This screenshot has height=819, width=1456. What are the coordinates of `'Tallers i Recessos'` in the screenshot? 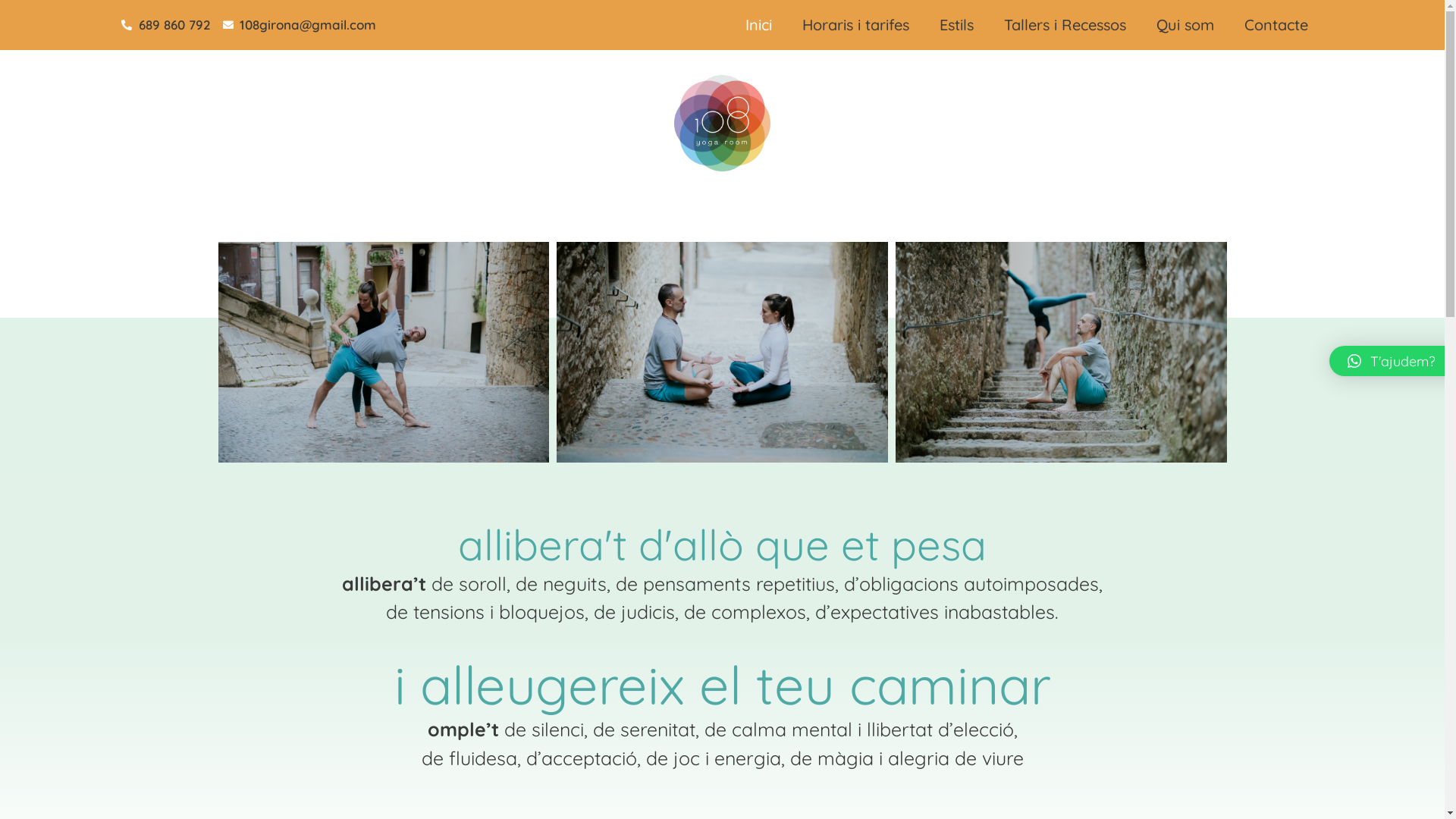 It's located at (1064, 25).